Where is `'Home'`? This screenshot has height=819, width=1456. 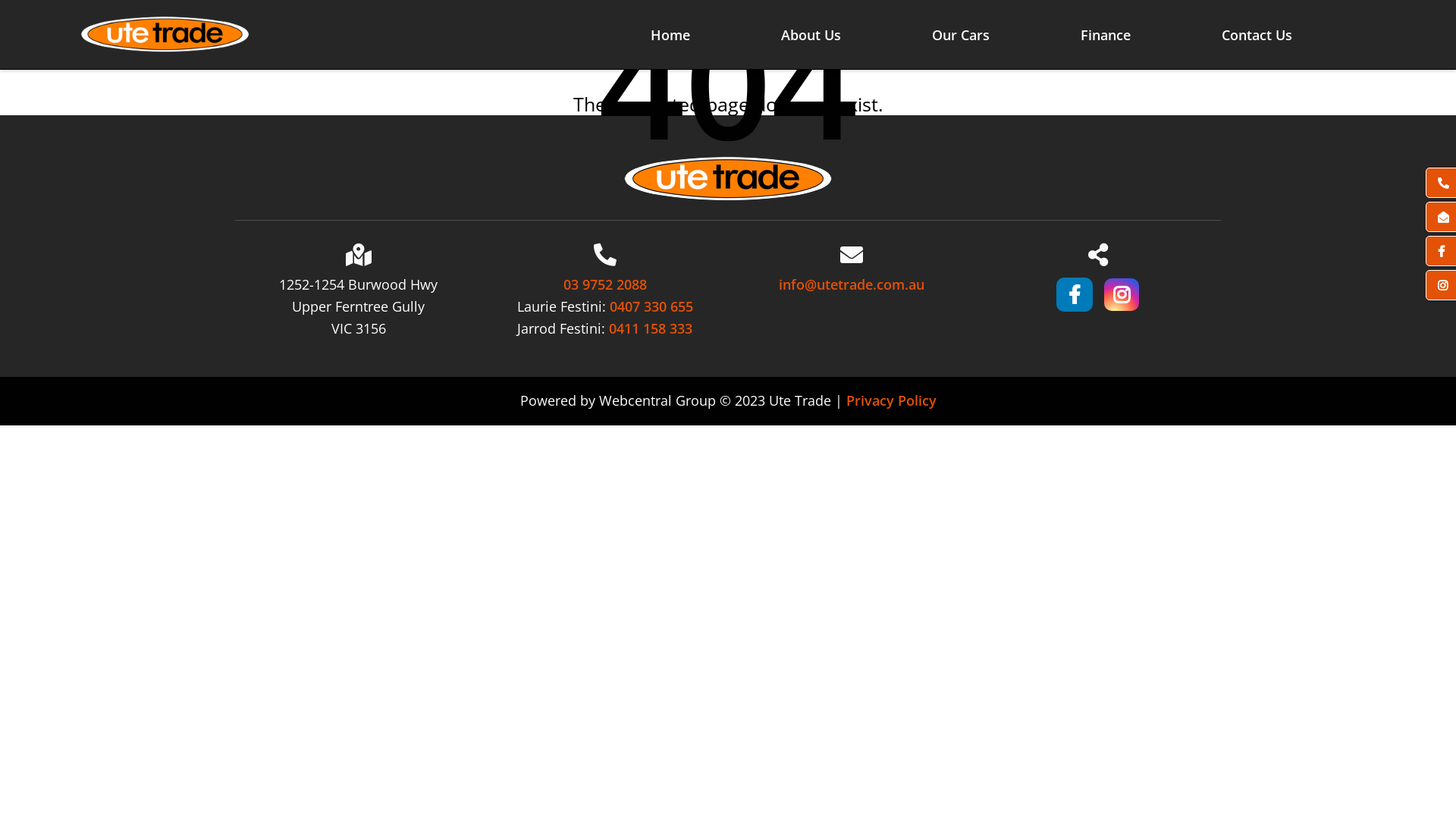 'Home' is located at coordinates (651, 34).